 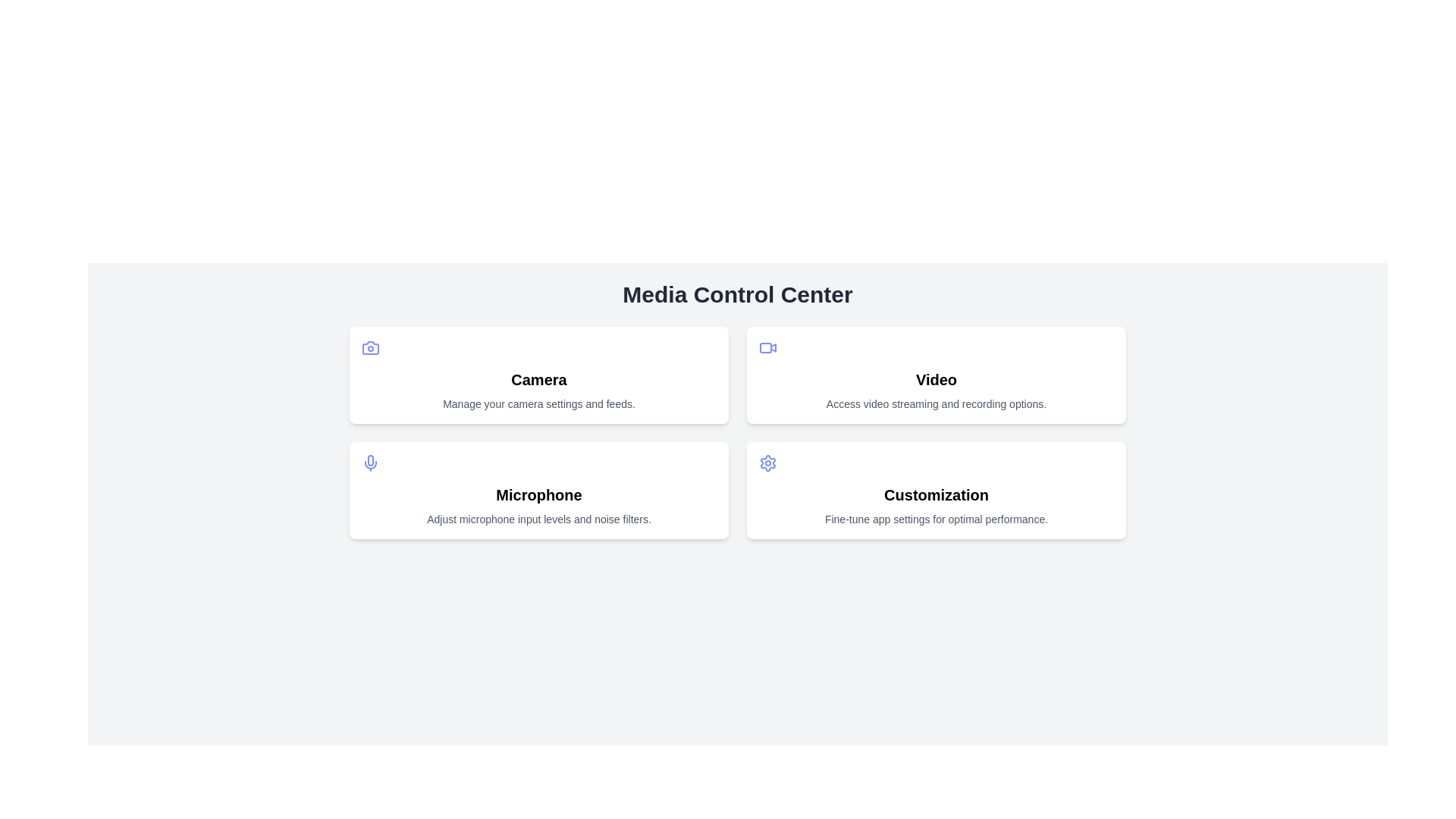 What do you see at coordinates (538, 519) in the screenshot?
I see `the gray text stating 'Adjust microphone input levels and noise filters.' located at the bottom of the 'Microphone' card` at bounding box center [538, 519].